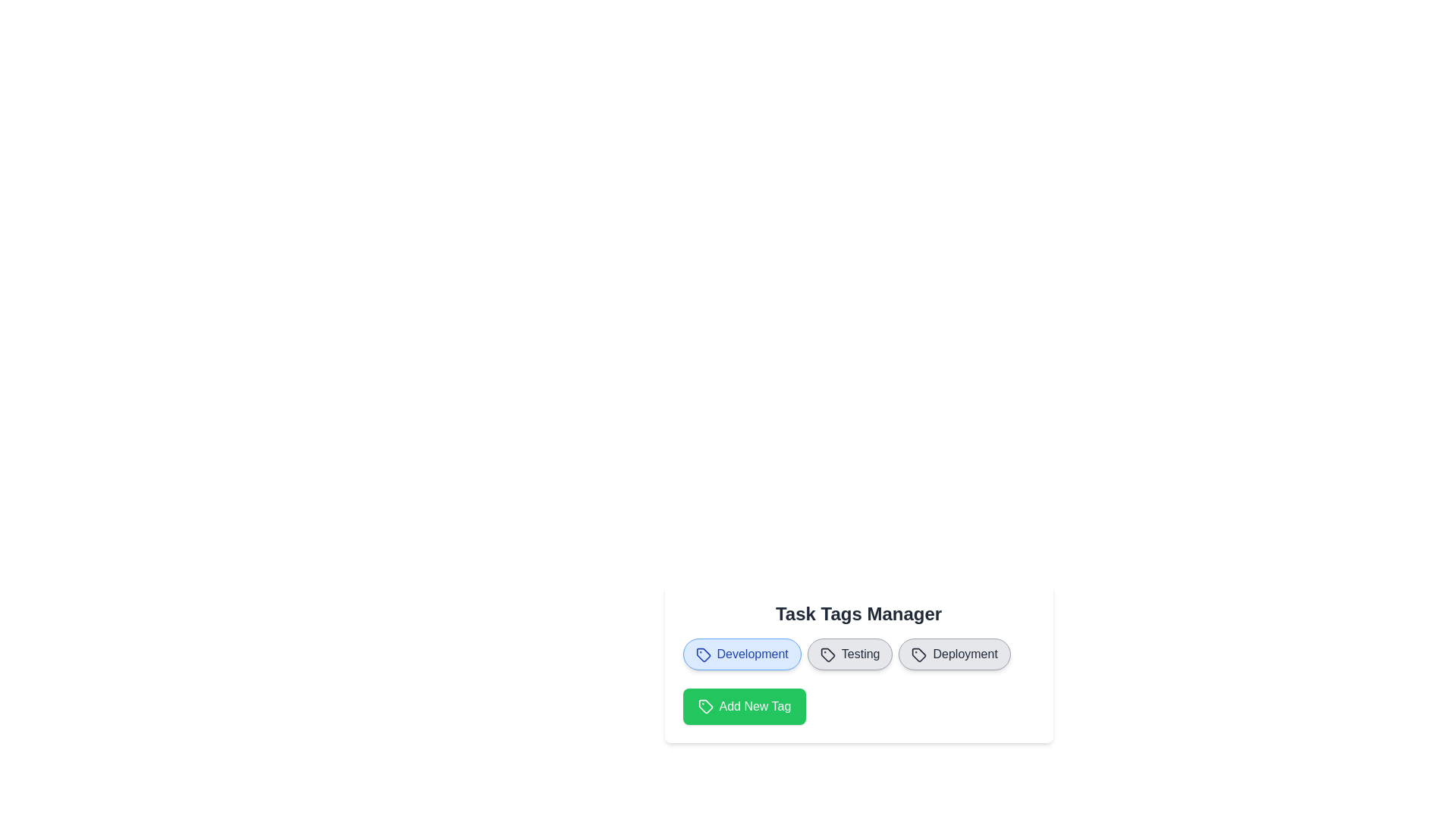  Describe the element at coordinates (744, 707) in the screenshot. I see `the 'Add New Tag' button with a green background and a white tag icon located in the 'Task Tags Manager' section` at that location.